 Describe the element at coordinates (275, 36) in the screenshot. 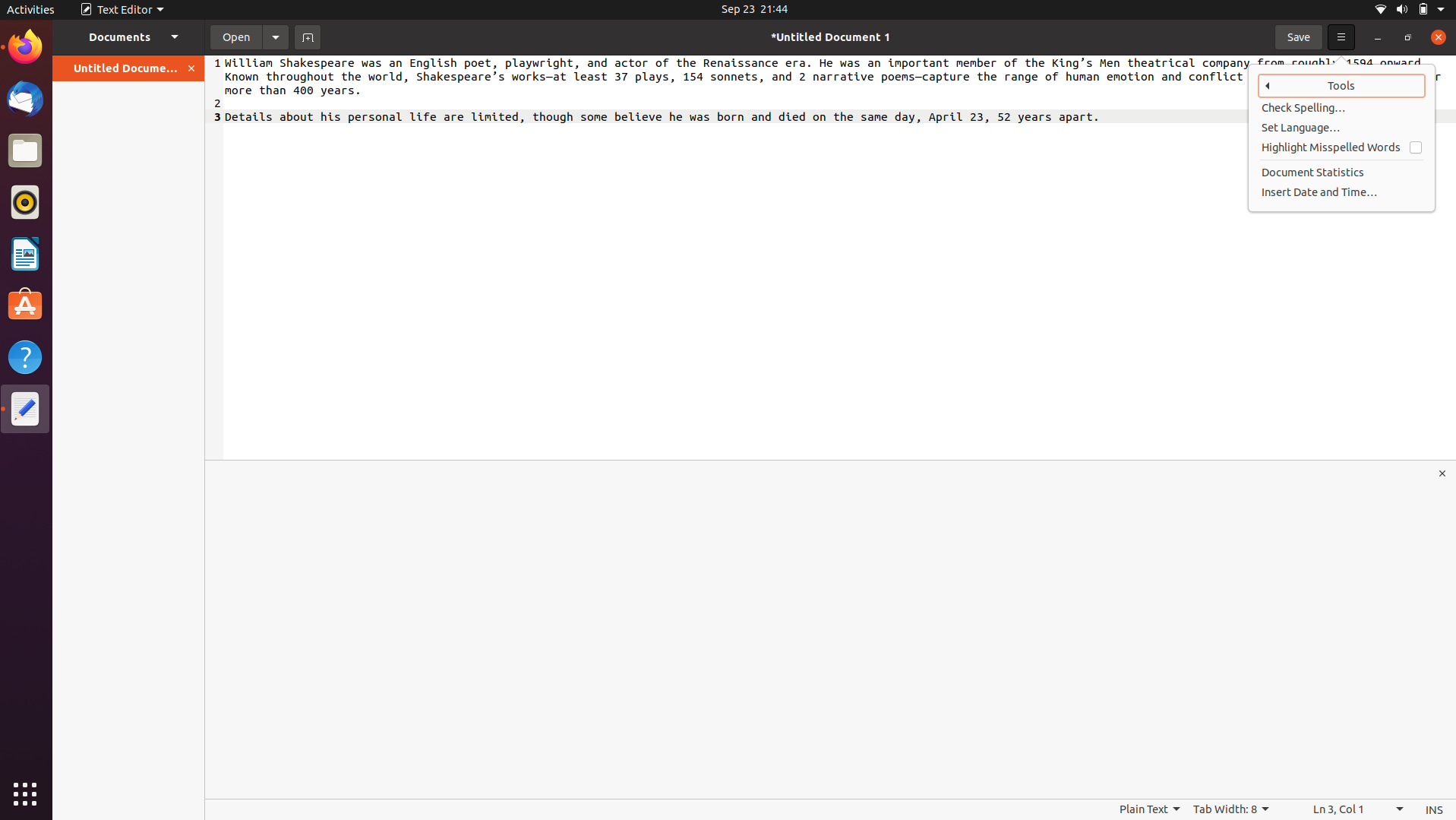

I see `the document settings` at that location.